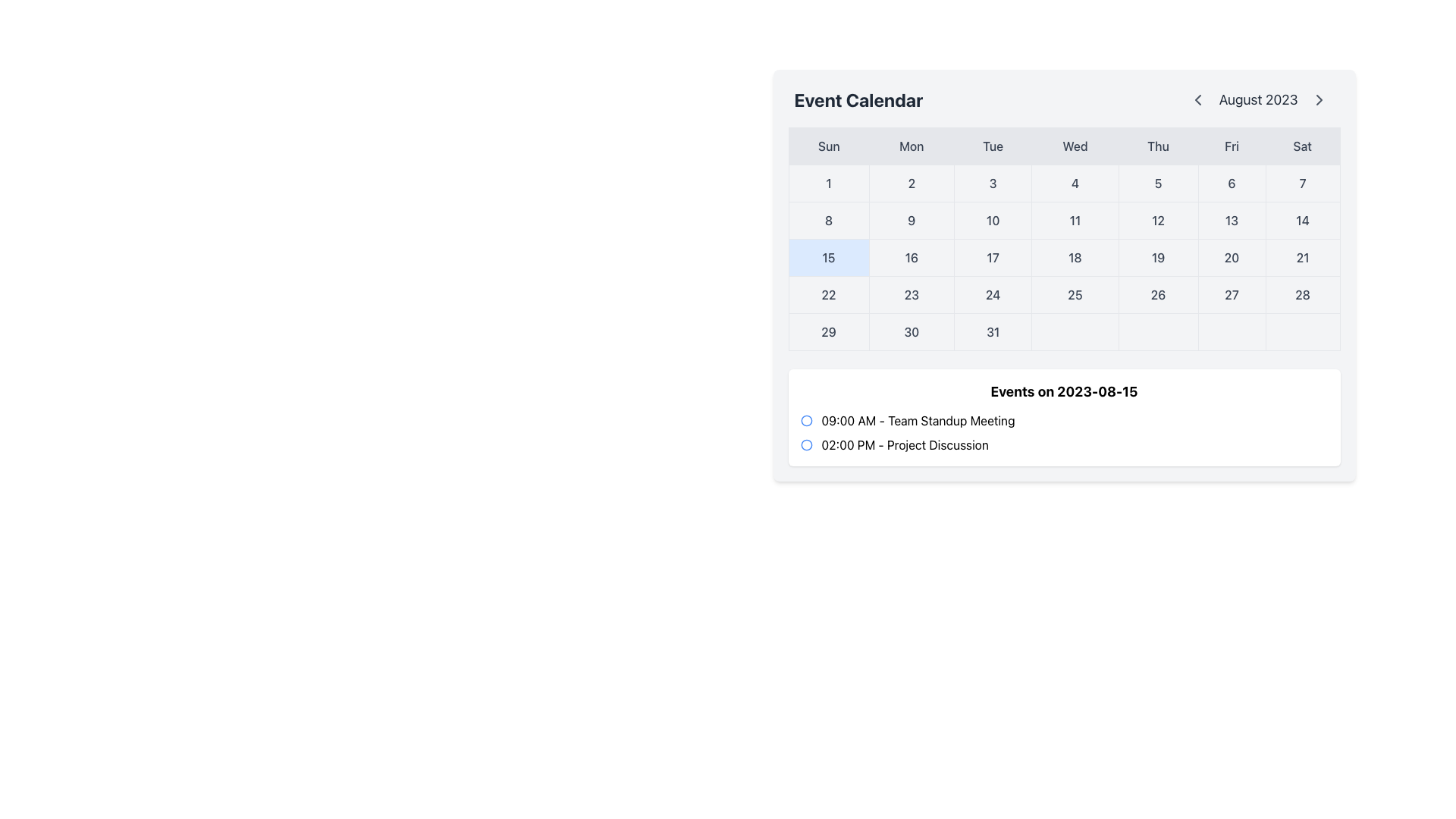 This screenshot has height=819, width=1456. I want to click on the calendar date cell representing the date '15', so click(828, 256).